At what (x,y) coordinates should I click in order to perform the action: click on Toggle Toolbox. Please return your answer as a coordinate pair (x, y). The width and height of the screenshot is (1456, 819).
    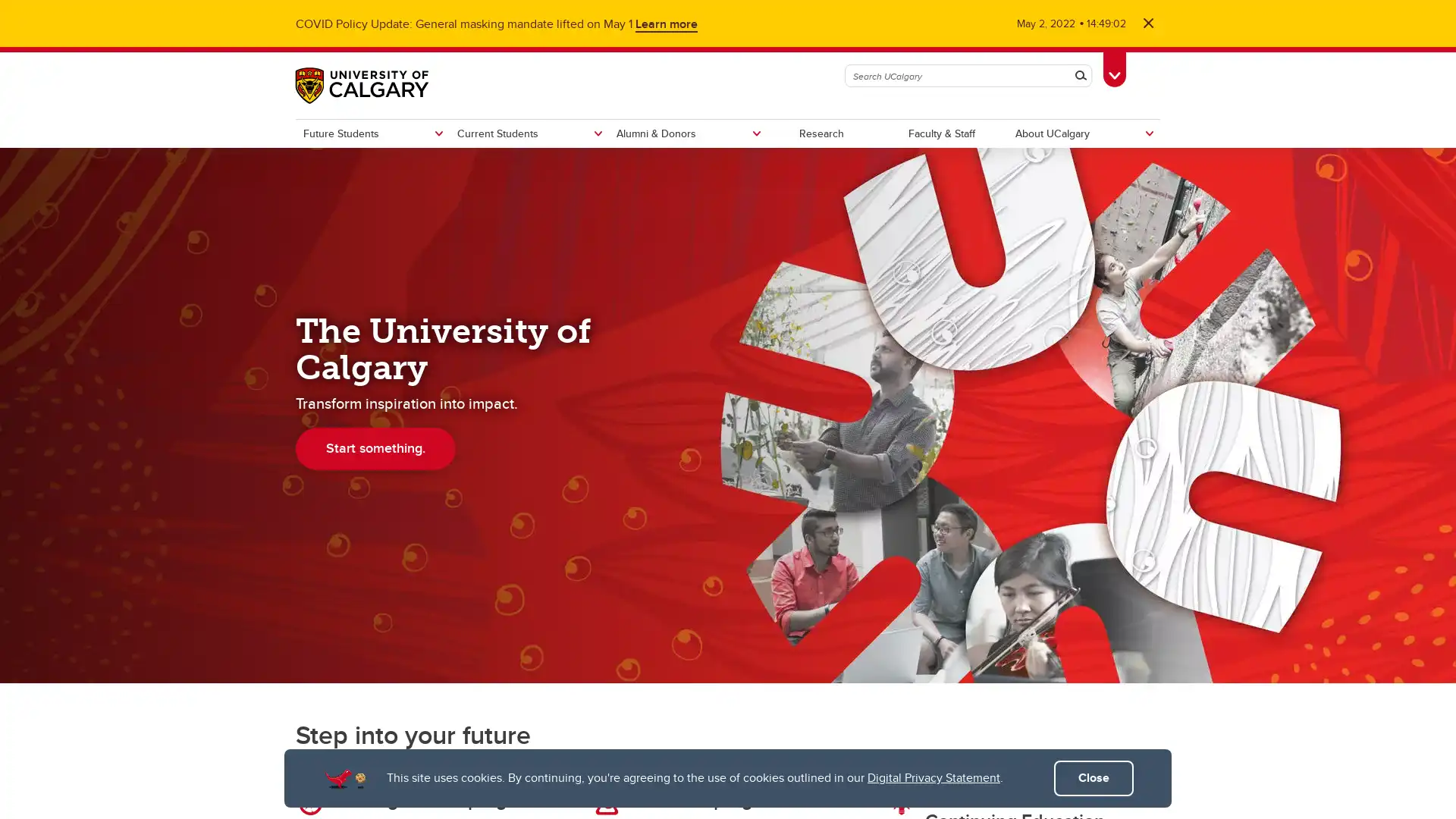
    Looking at the image, I should click on (1114, 66).